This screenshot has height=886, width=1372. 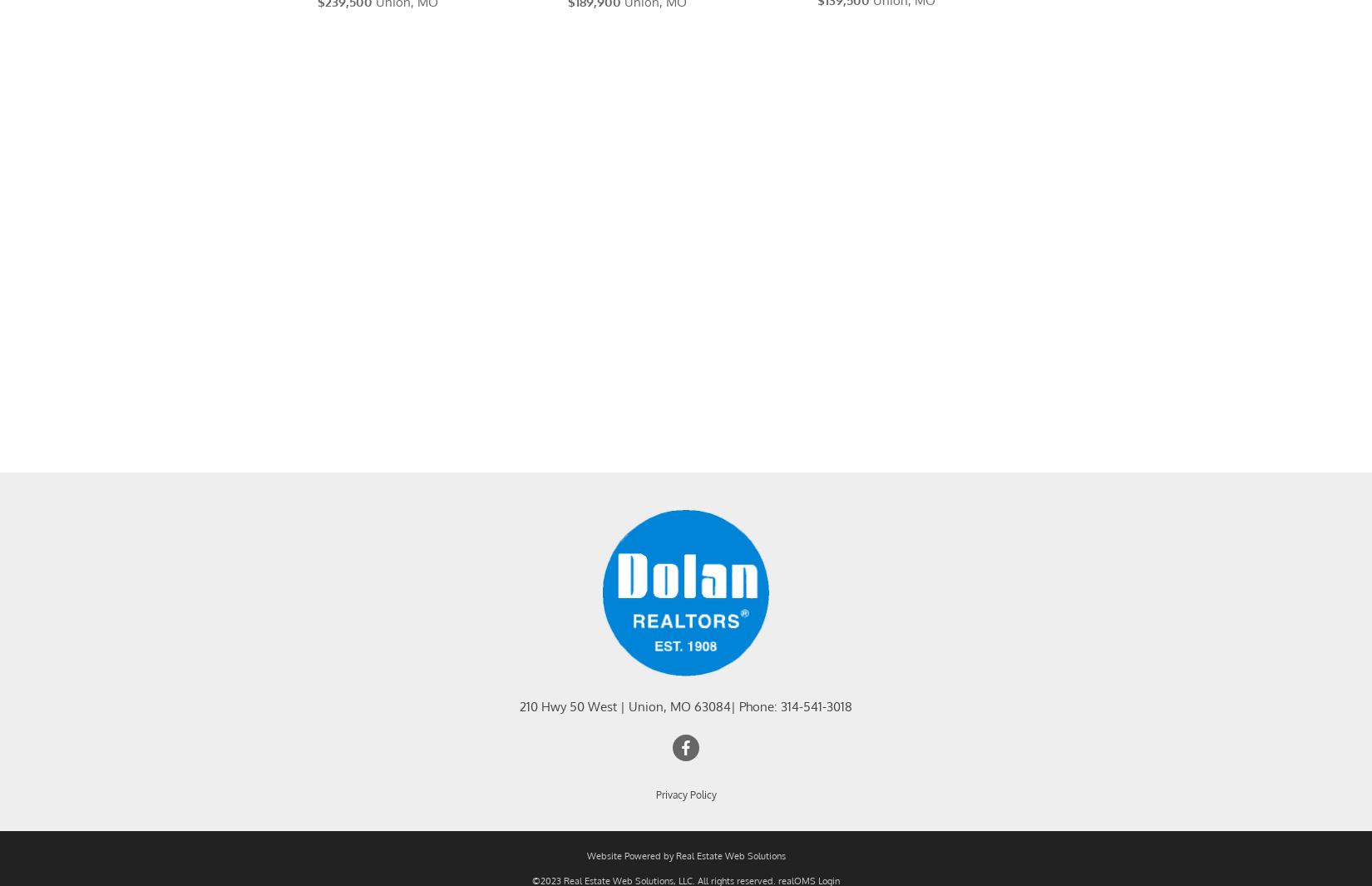 What do you see at coordinates (755, 727) in the screenshot?
I see `'| Phone:'` at bounding box center [755, 727].